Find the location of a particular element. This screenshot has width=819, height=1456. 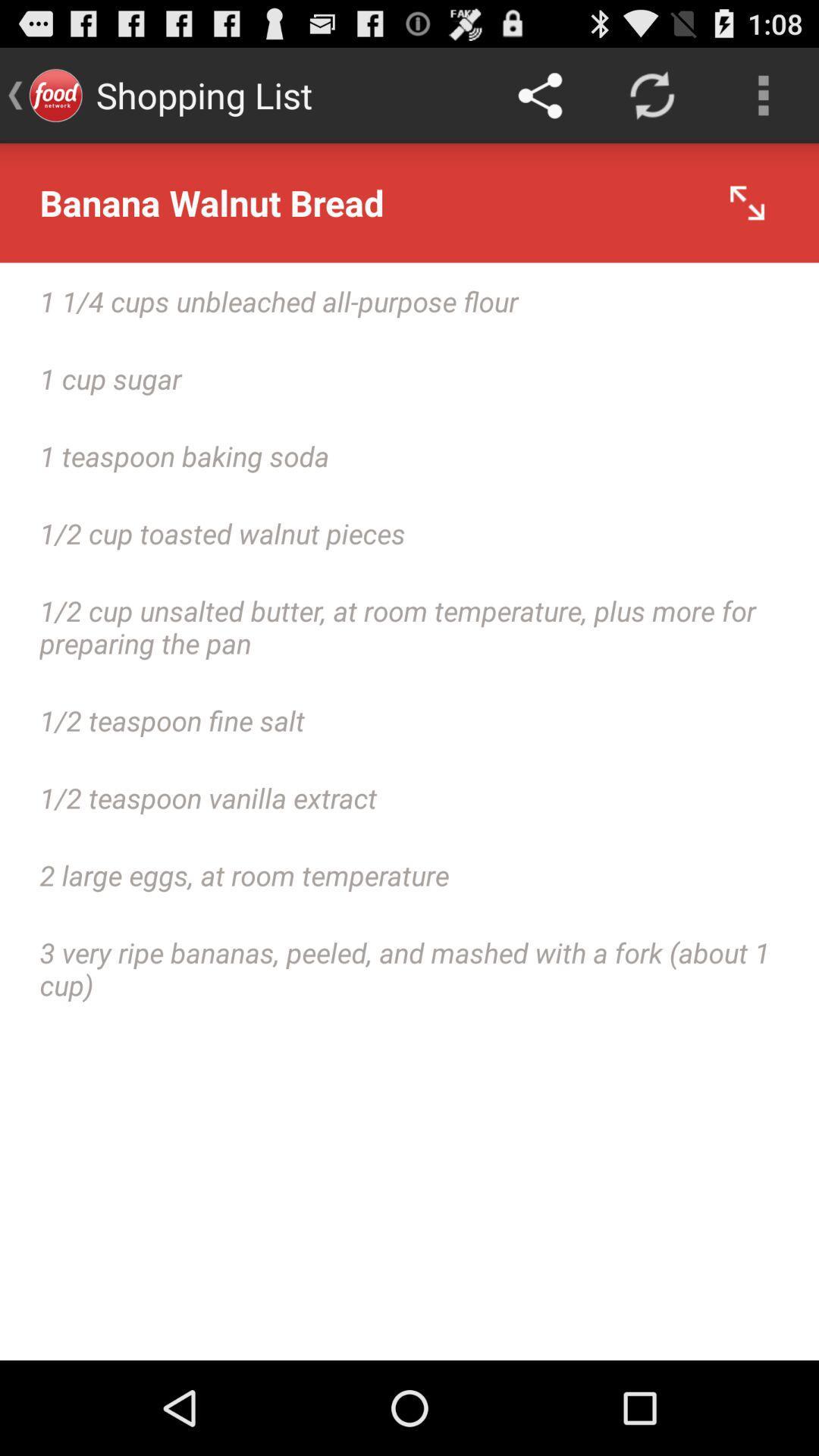

the icon above the banana walnut bread icon is located at coordinates (539, 94).